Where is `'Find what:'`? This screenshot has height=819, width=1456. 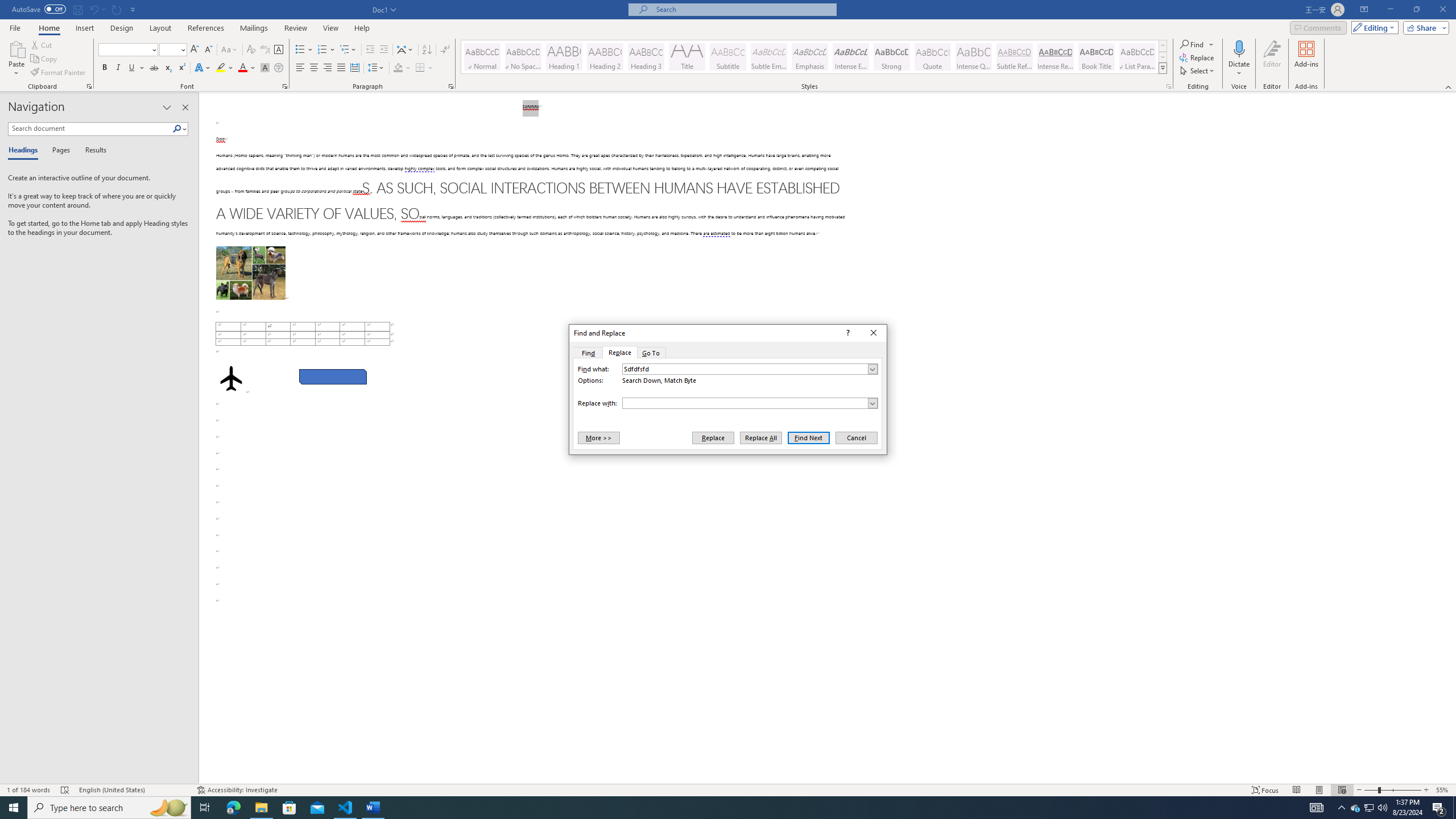 'Find what:' is located at coordinates (749, 369).